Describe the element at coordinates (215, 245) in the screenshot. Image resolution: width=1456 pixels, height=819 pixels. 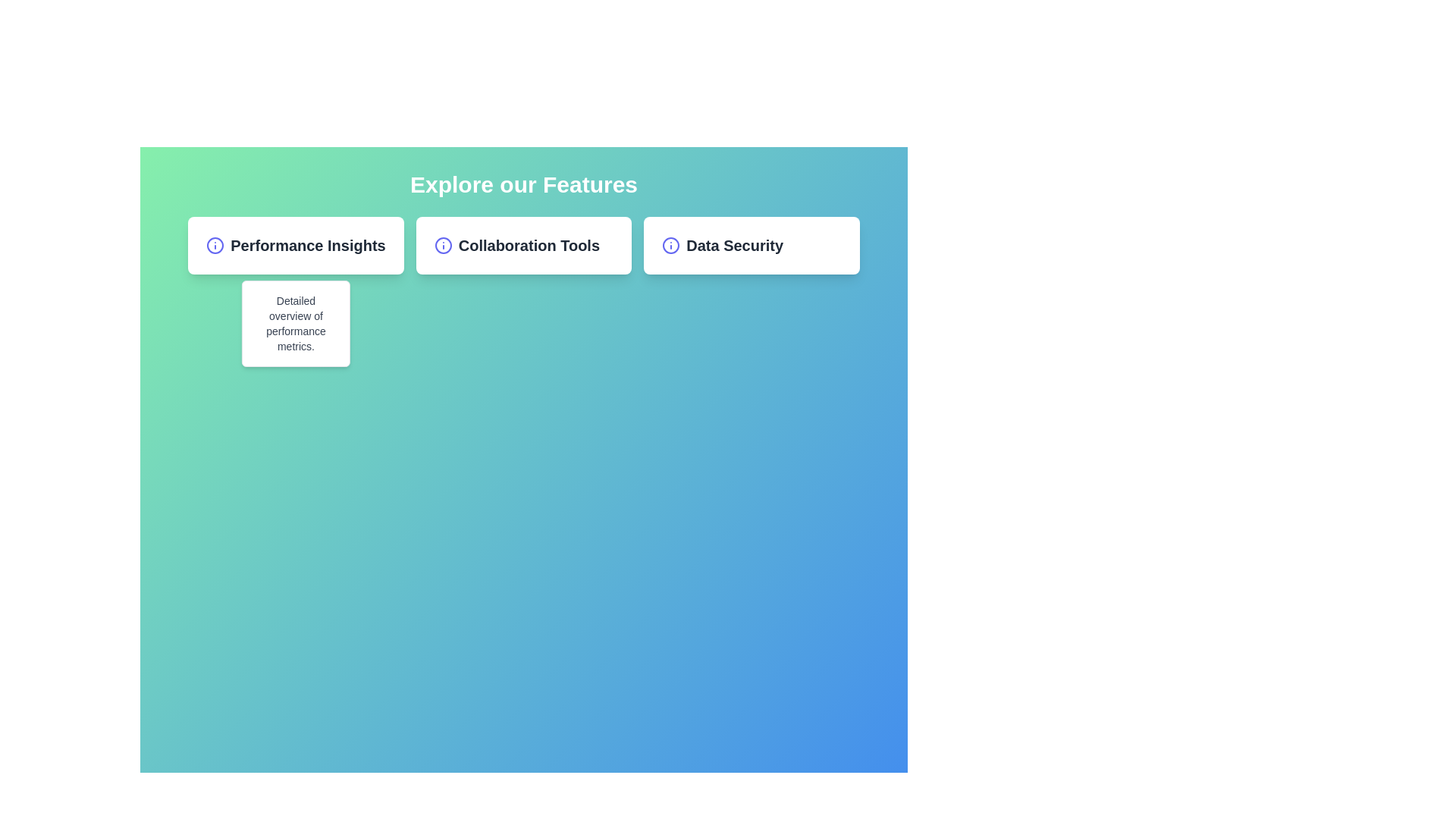
I see `the circular SVG shape part of the information icon within the 'Performance Insights' card, which is styled in blue and has a radius of 10px` at that location.